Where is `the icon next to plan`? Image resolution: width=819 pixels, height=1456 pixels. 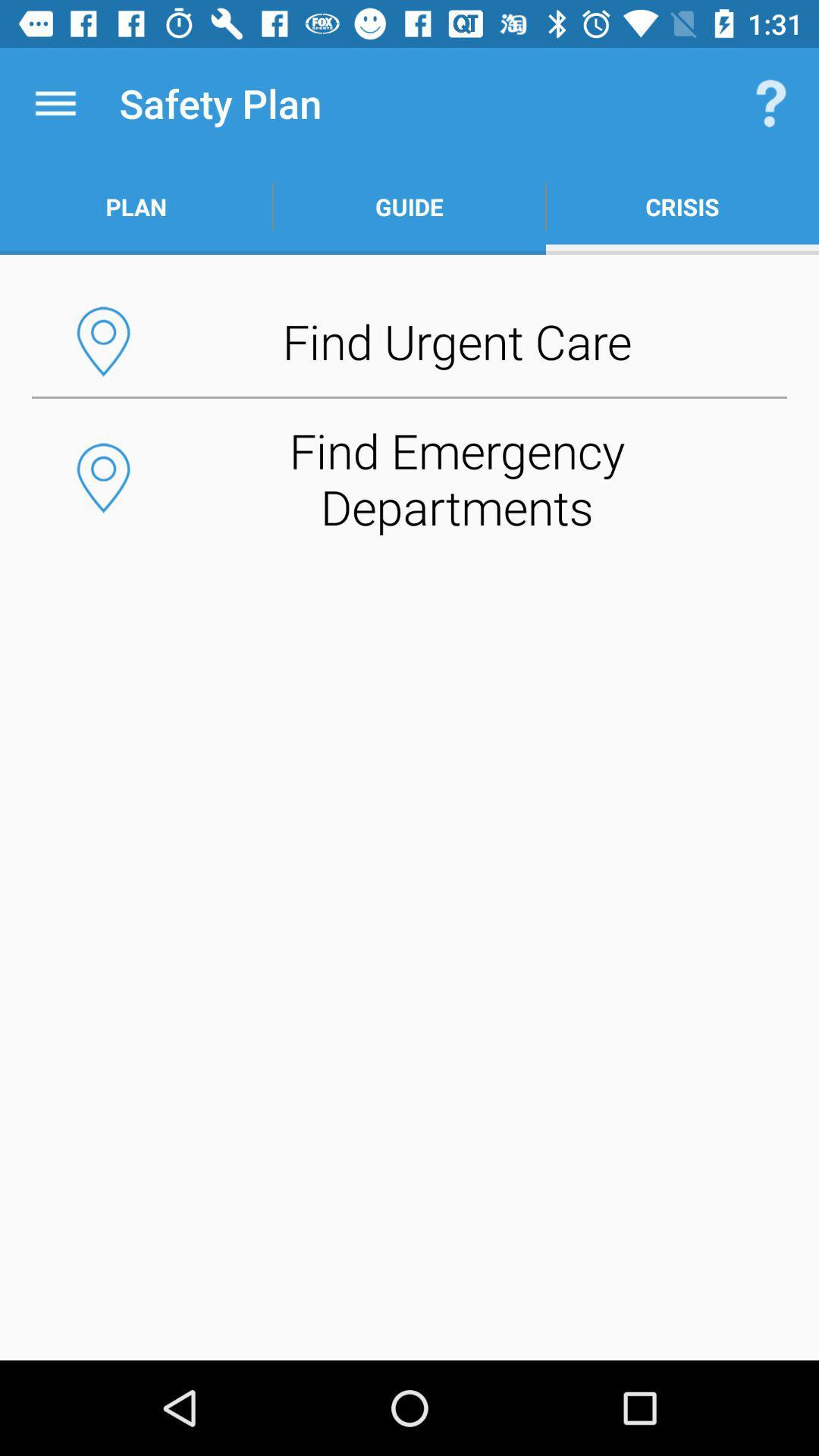
the icon next to plan is located at coordinates (409, 206).